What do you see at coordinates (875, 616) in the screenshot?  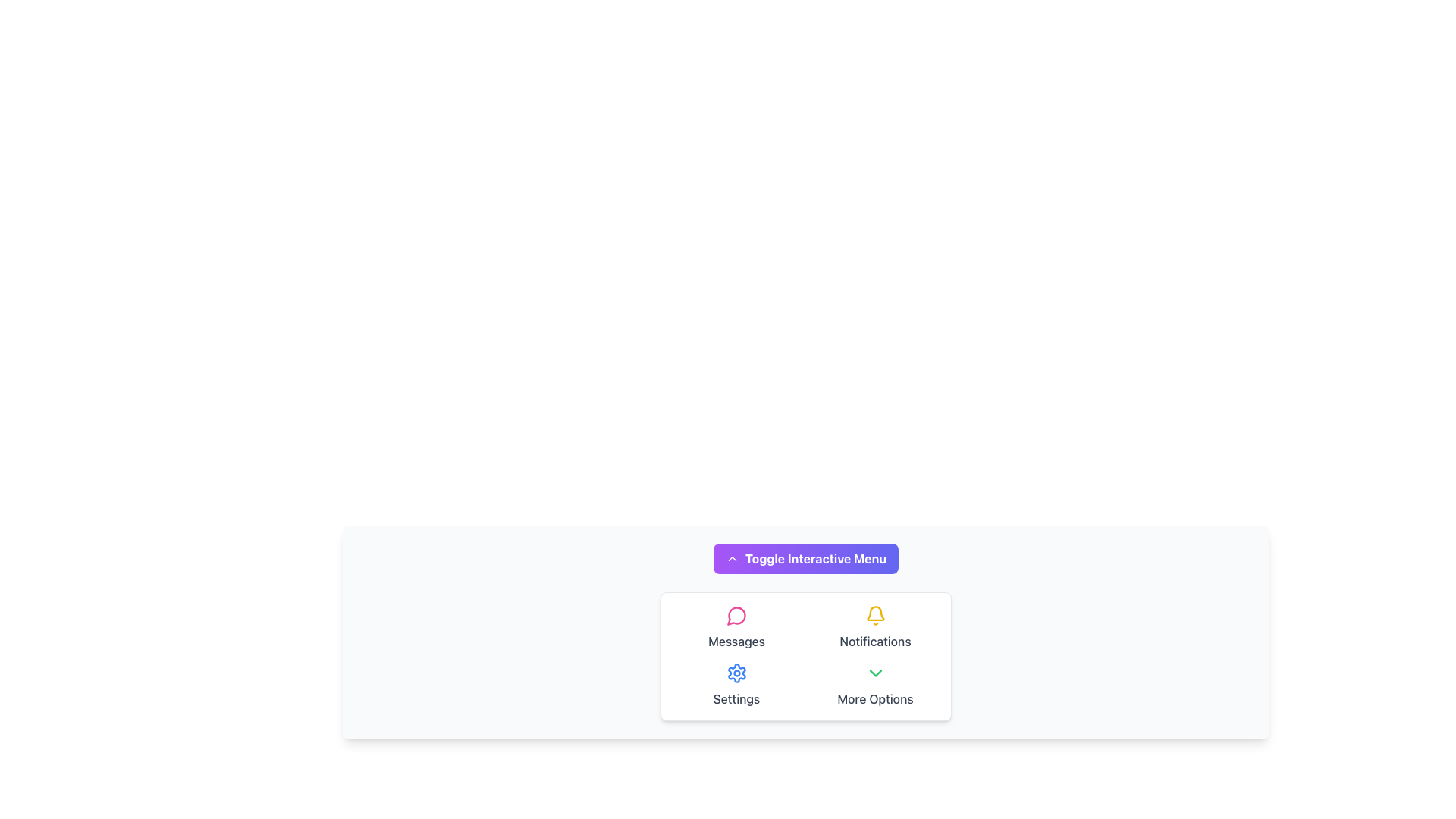 I see `the notifications icon located in the center-right portion of the sub-menu box` at bounding box center [875, 616].